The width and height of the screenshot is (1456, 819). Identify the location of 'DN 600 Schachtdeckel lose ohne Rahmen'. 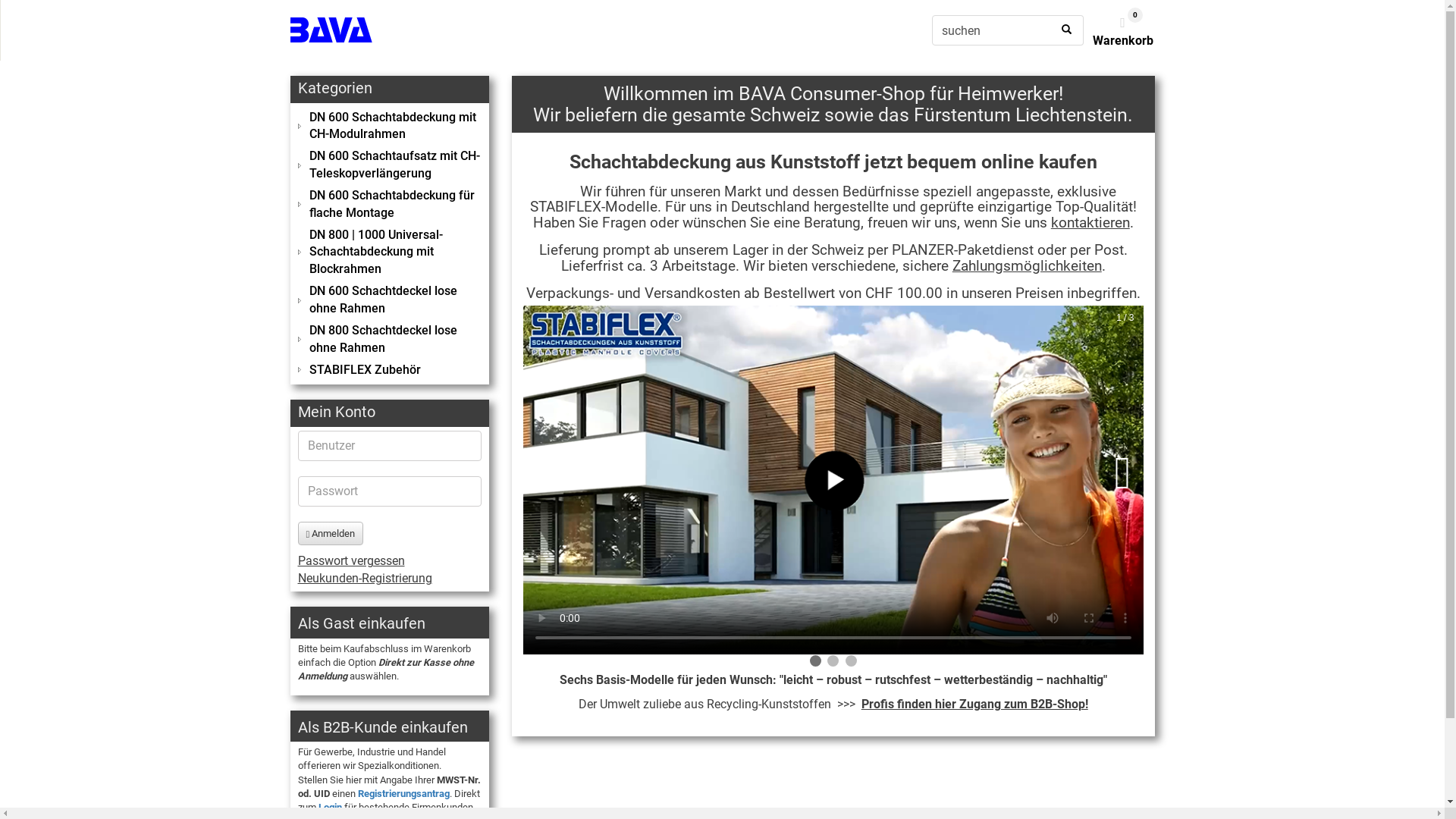
(389, 300).